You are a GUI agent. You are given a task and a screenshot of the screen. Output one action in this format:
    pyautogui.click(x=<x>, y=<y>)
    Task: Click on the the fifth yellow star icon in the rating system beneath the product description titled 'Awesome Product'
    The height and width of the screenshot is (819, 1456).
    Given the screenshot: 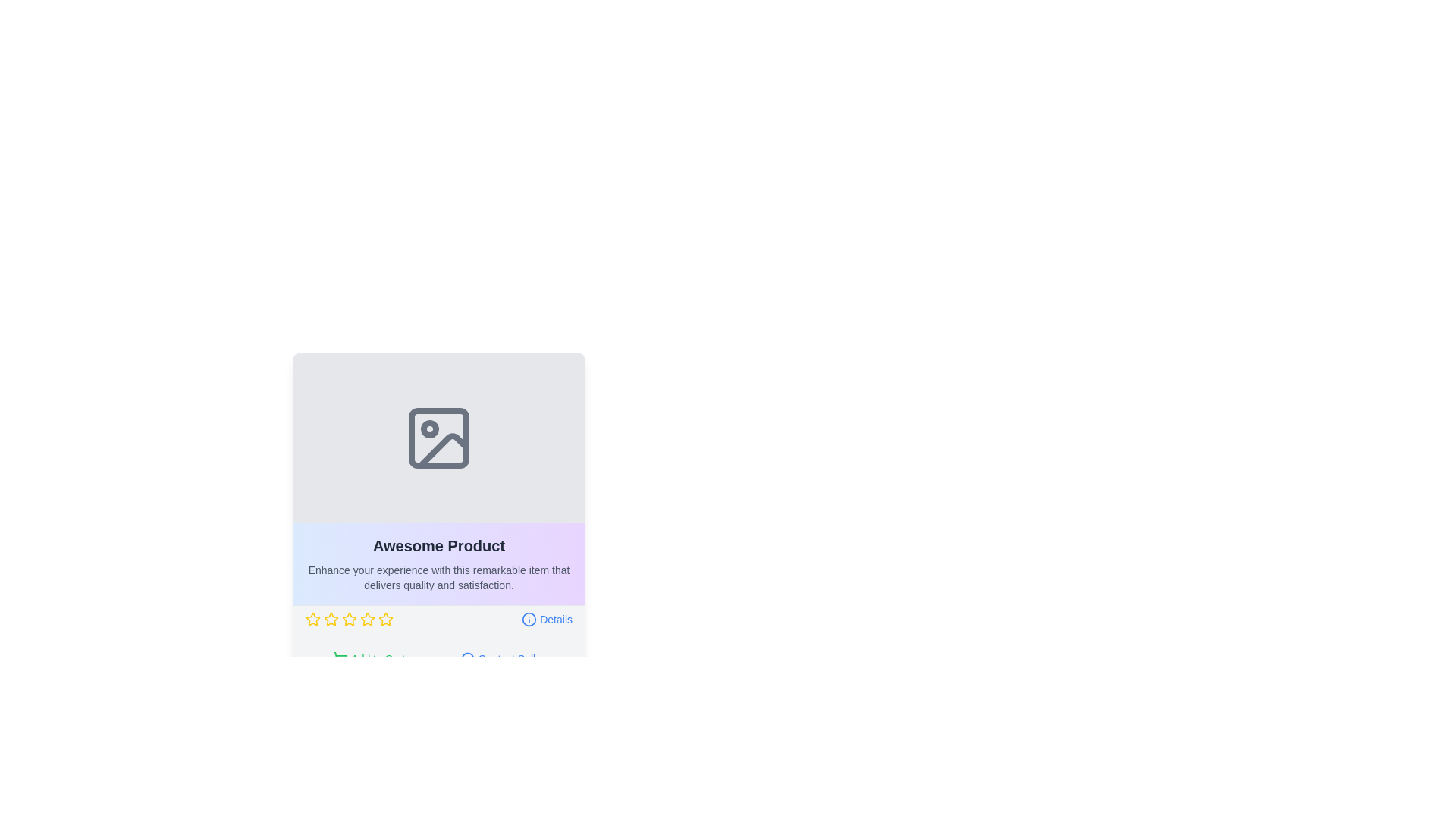 What is the action you would take?
    pyautogui.click(x=367, y=620)
    